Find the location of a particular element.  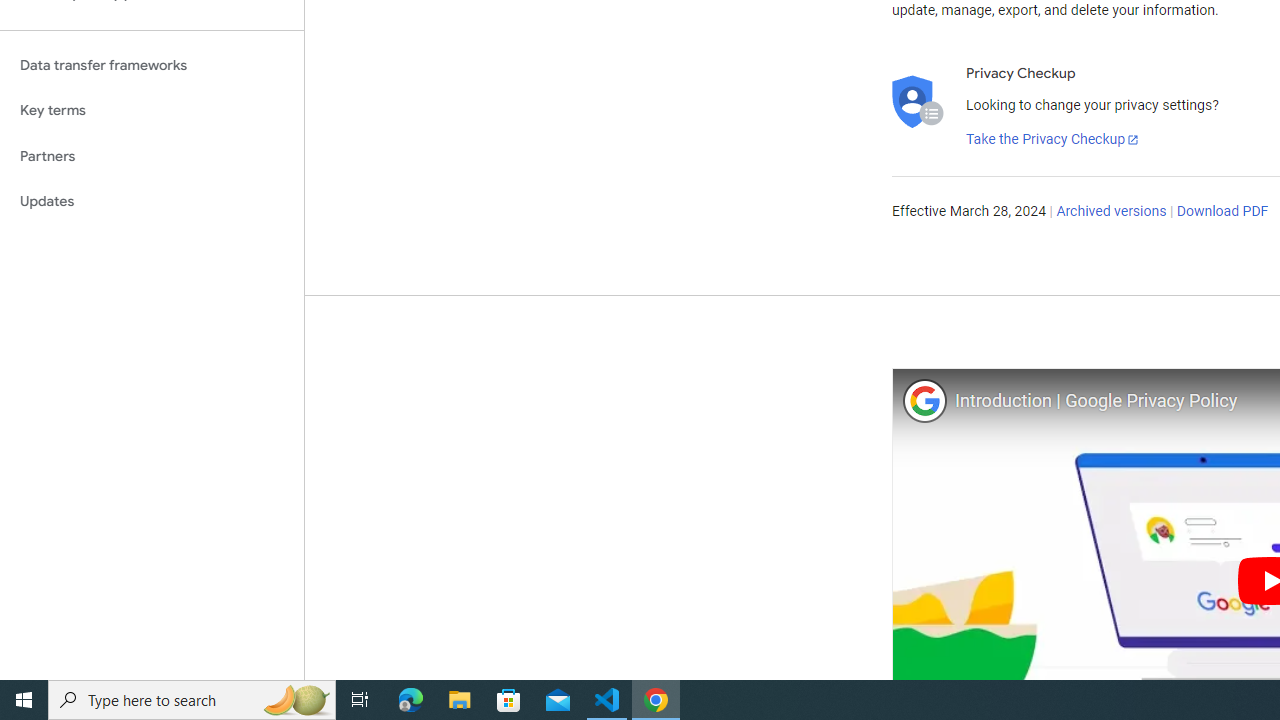

'Photo image of Google' is located at coordinates (923, 400).